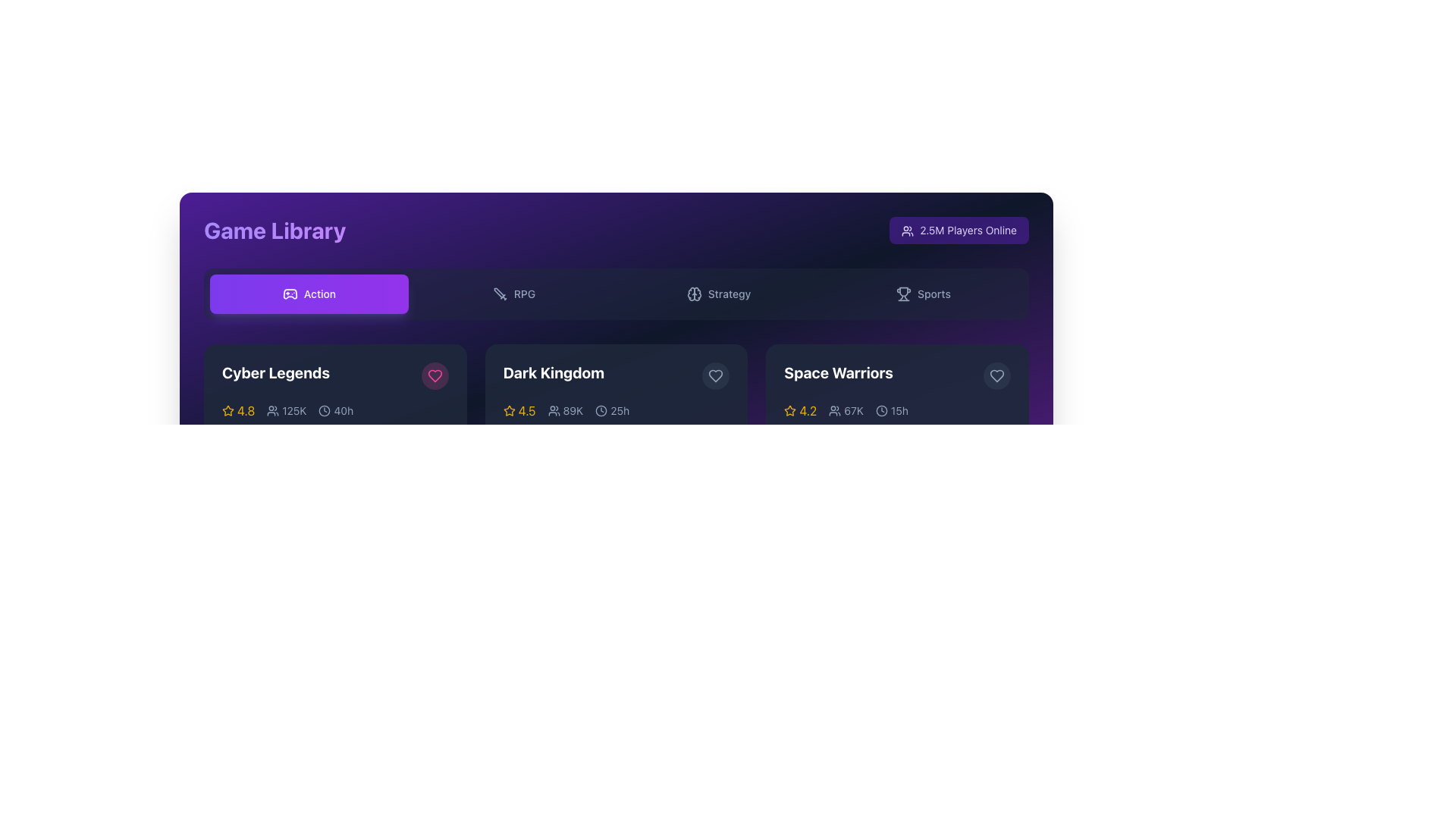  I want to click on numeric rating displayed in the rating element for the game 'Dark Kingdom', located in the lower-left part of its card, so click(519, 411).